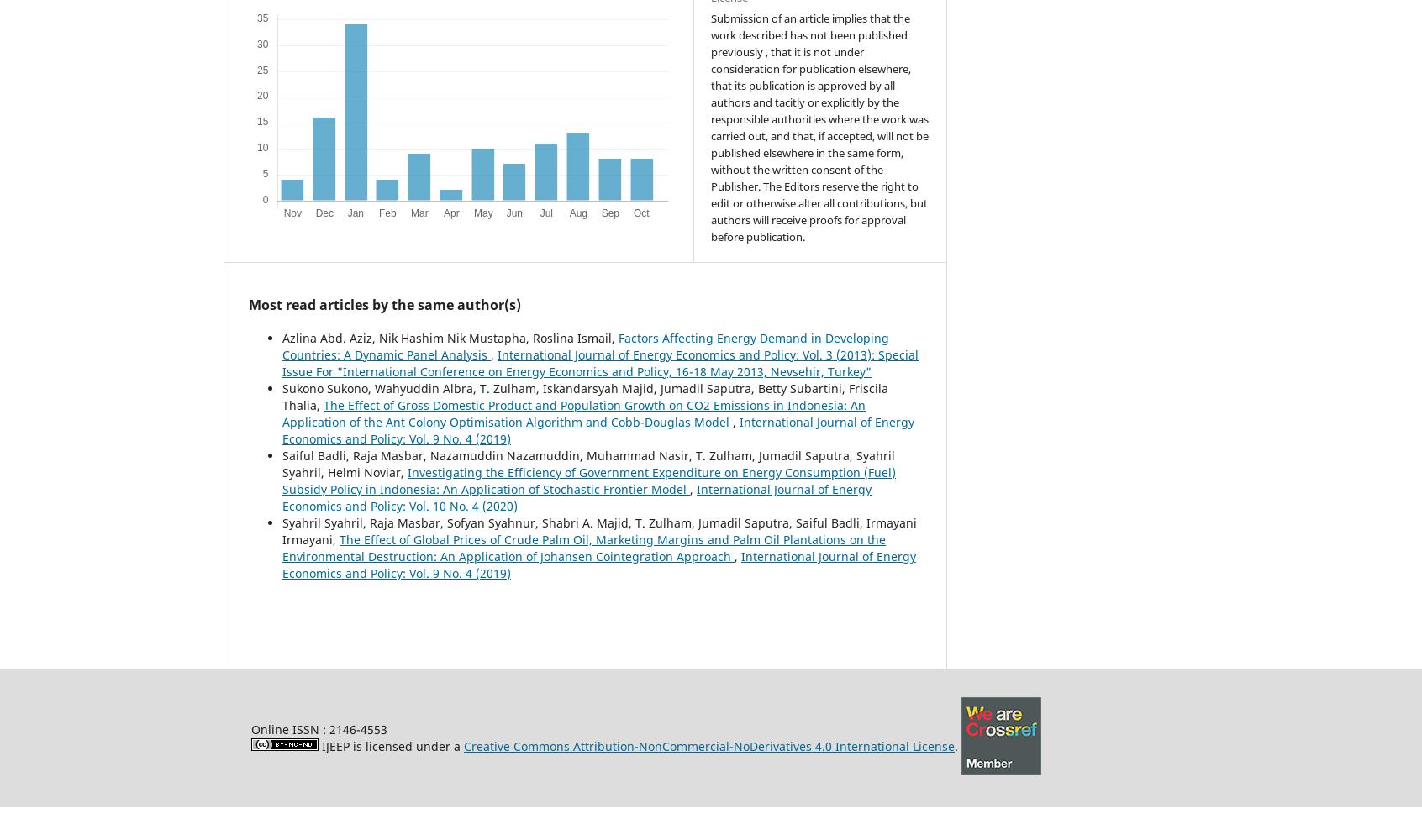  I want to click on 'Investigating the Efficiency of Government Expenditure on Energy Consumption (Fuel) Subsidy Policy in Indonesia: An Application of Stochastic Frontier Model', so click(588, 480).